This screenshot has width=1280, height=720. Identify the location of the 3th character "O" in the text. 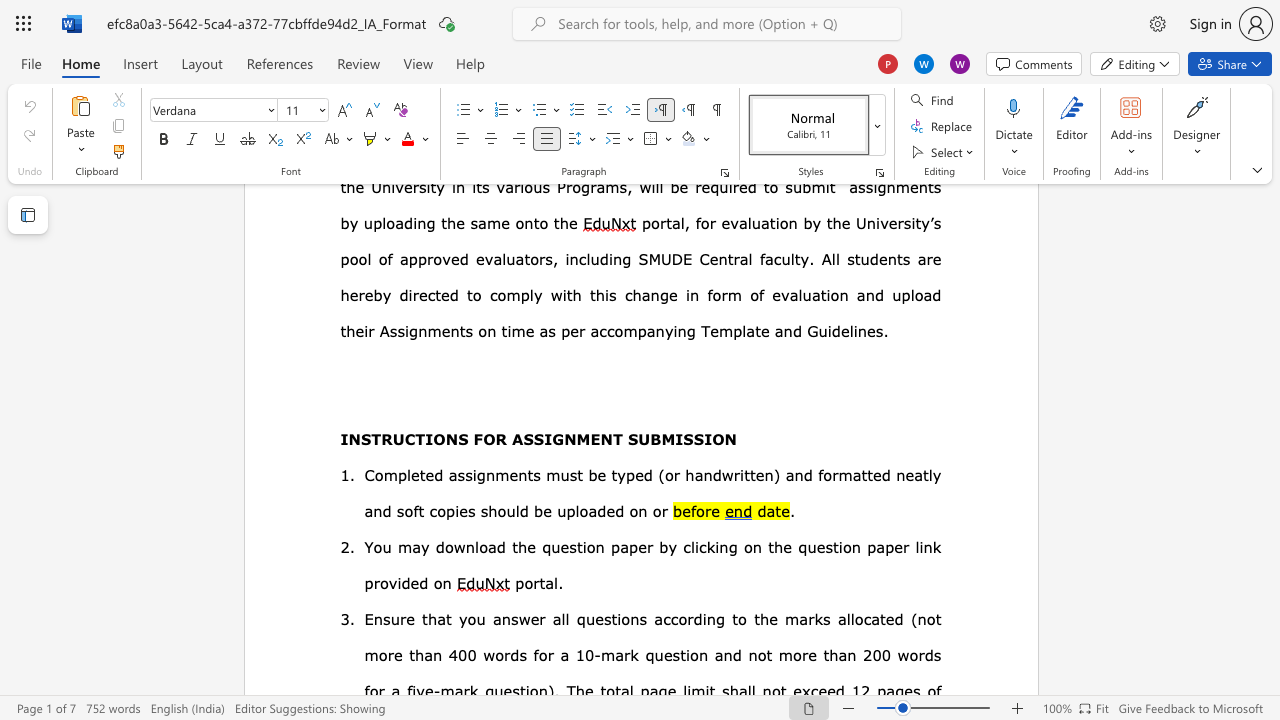
(718, 437).